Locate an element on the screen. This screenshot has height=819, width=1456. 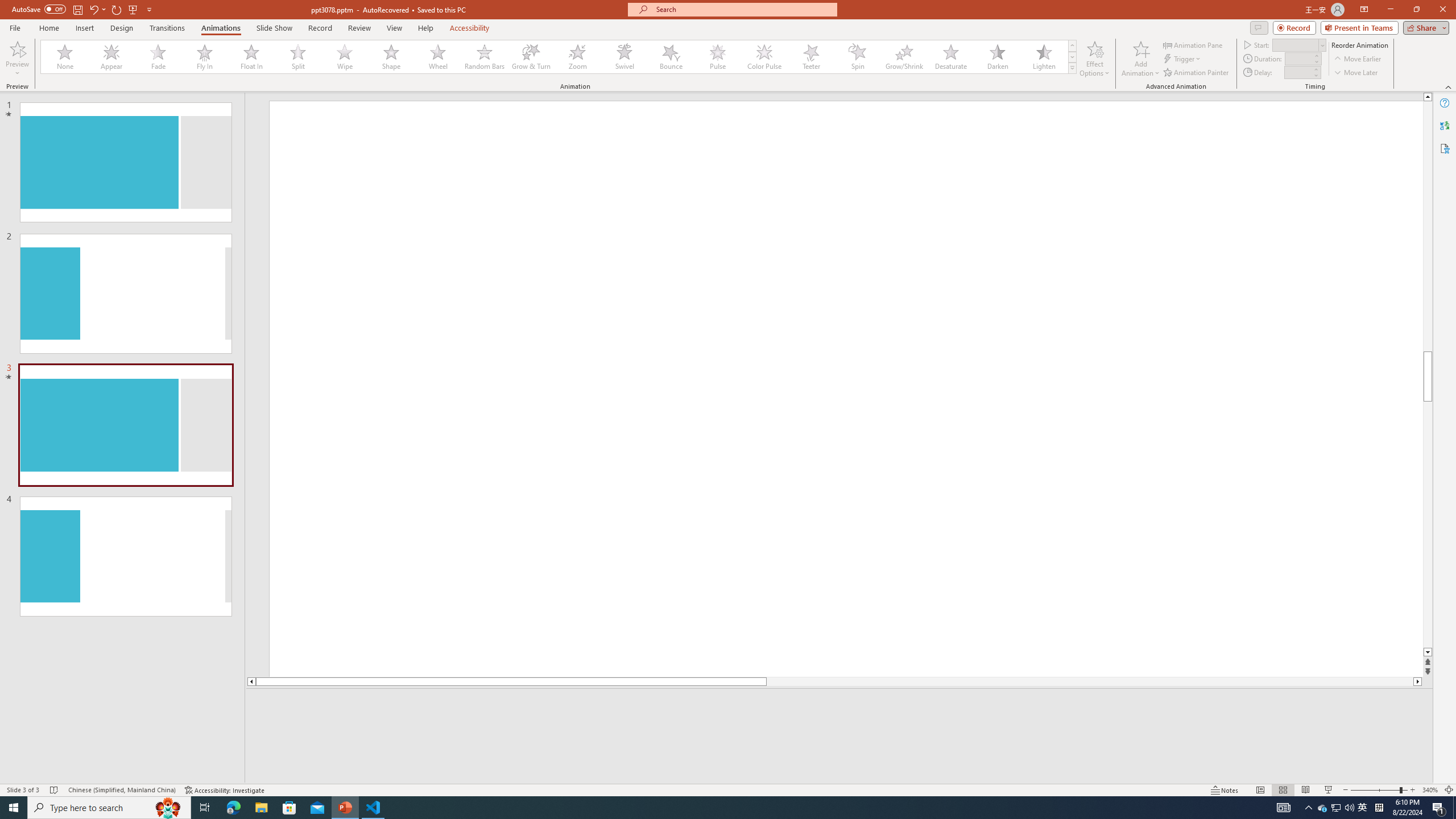
'Swivel' is located at coordinates (624, 56).